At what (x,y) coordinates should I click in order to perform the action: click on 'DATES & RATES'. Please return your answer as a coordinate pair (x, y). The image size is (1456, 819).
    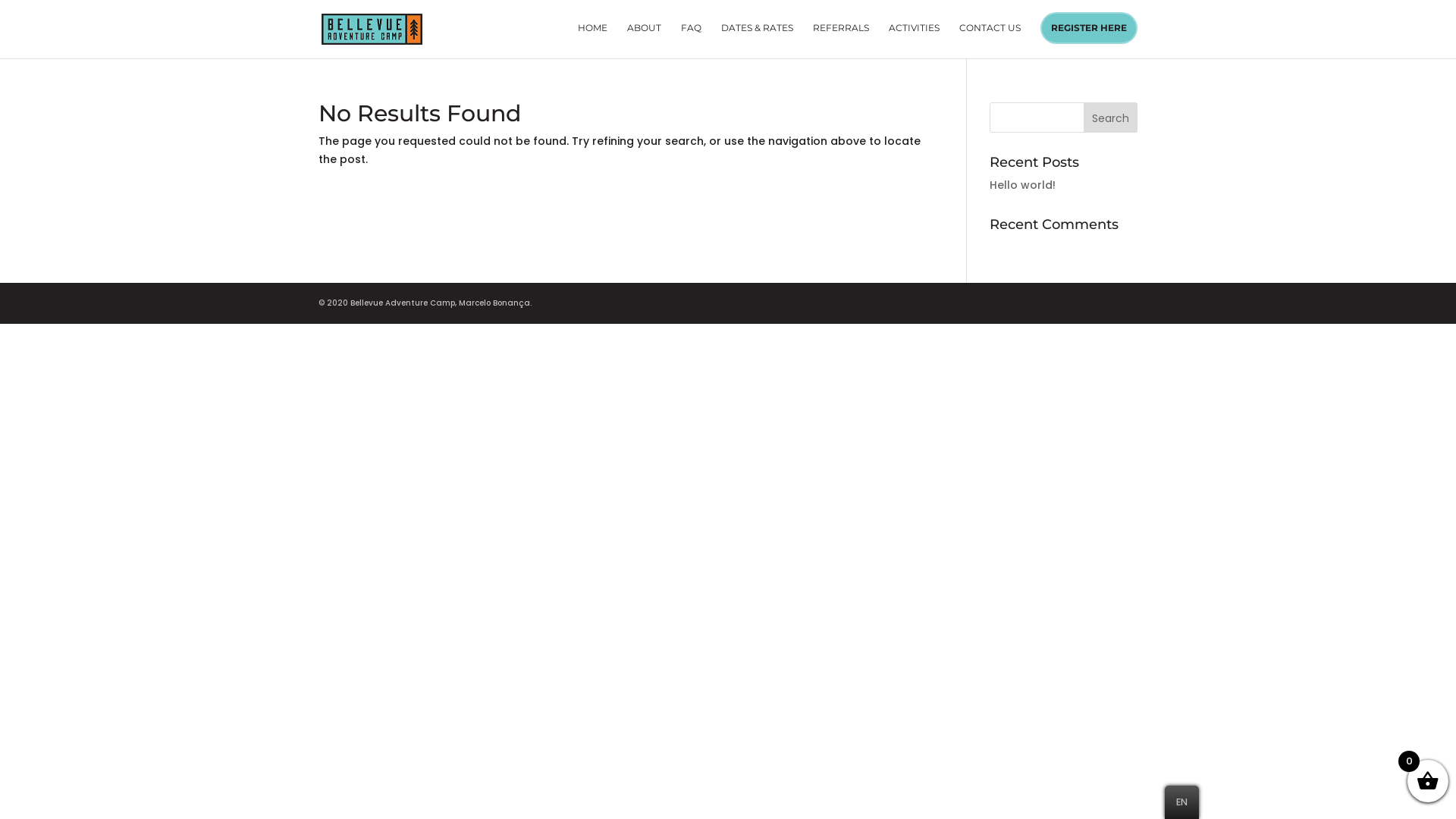
    Looking at the image, I should click on (720, 39).